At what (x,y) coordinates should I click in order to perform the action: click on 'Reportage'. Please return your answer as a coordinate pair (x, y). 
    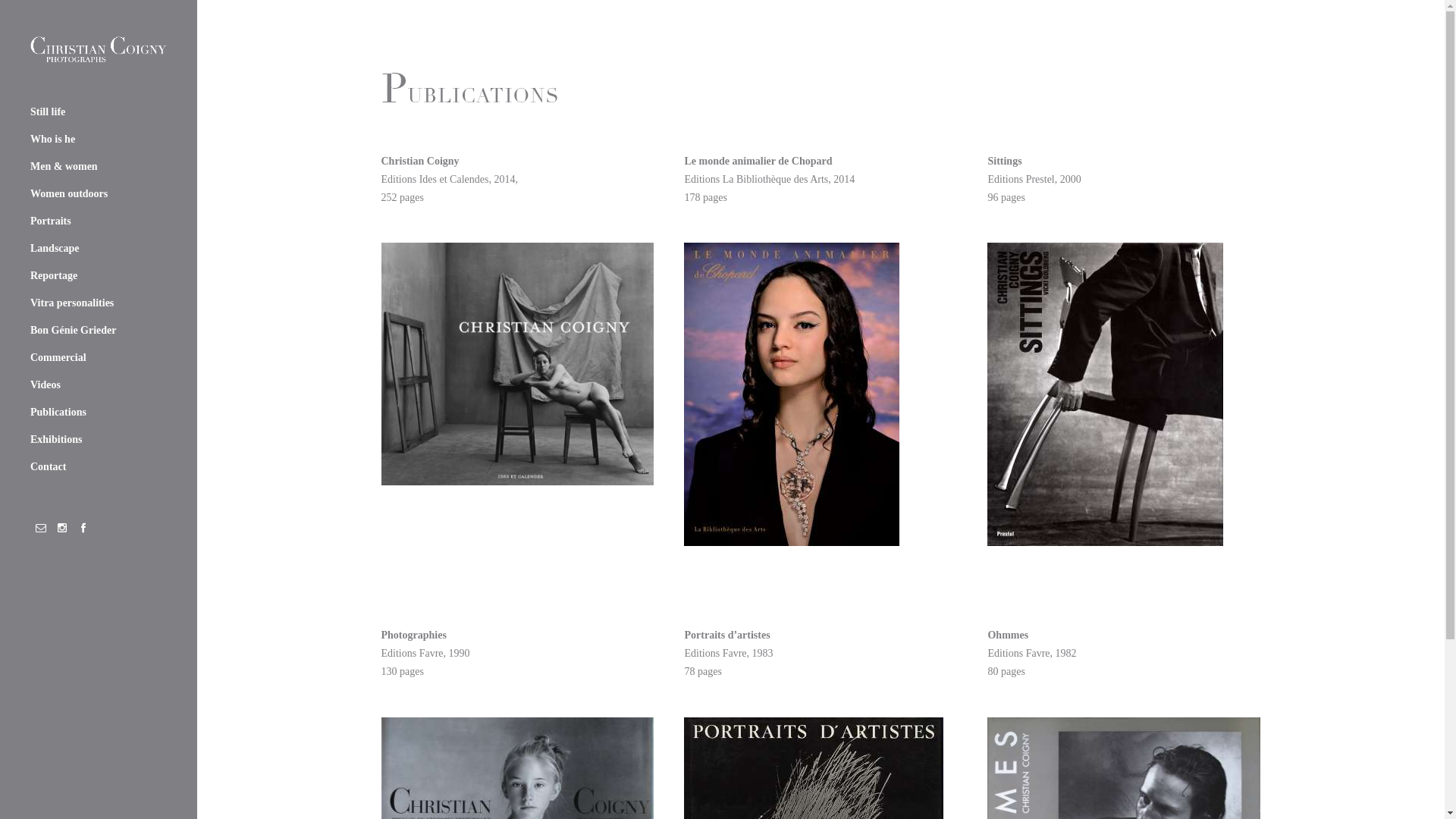
    Looking at the image, I should click on (30, 275).